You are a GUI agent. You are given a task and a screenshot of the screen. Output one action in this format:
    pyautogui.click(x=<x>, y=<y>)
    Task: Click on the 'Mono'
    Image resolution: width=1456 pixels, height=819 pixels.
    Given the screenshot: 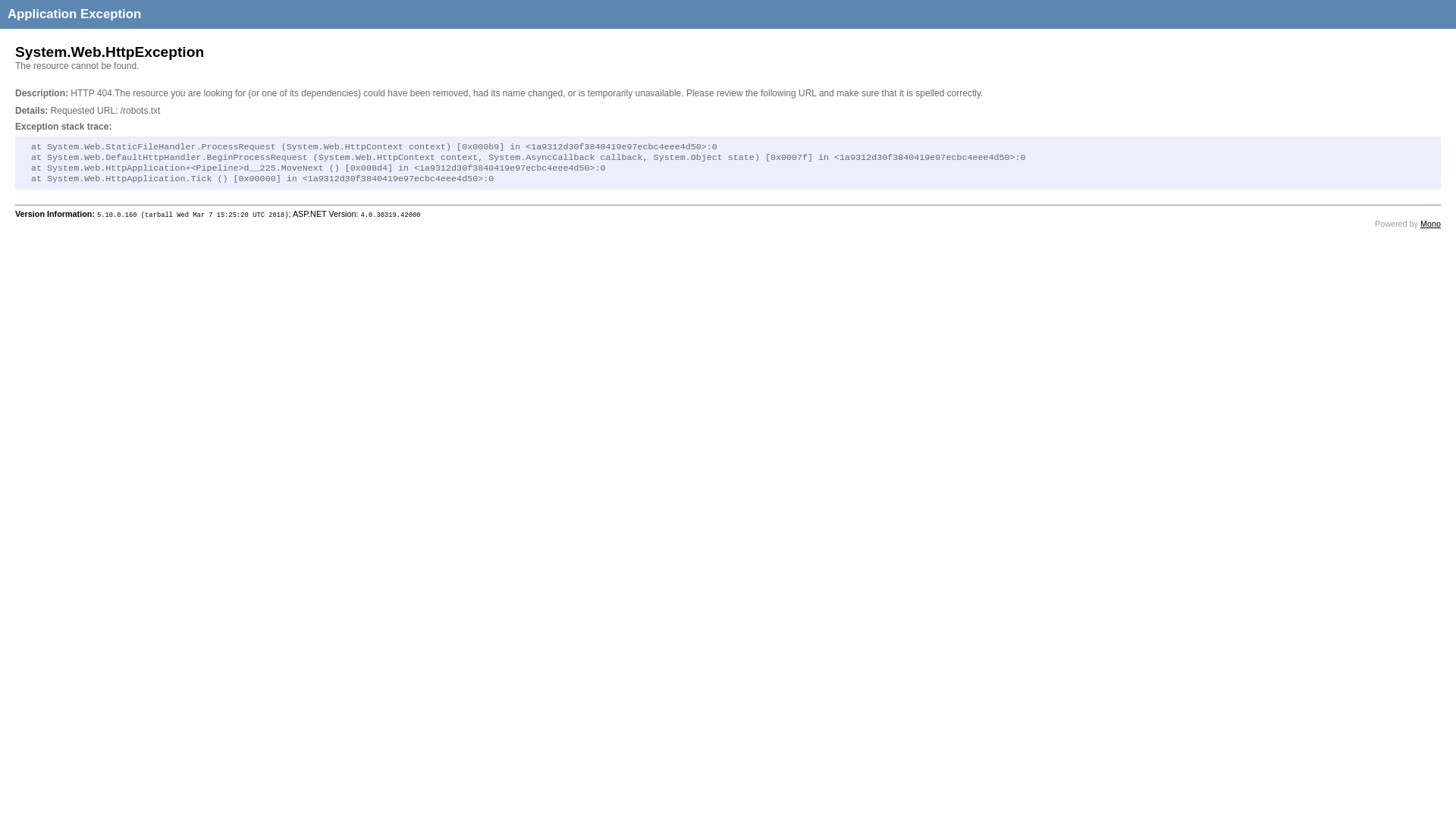 What is the action you would take?
    pyautogui.click(x=1429, y=223)
    